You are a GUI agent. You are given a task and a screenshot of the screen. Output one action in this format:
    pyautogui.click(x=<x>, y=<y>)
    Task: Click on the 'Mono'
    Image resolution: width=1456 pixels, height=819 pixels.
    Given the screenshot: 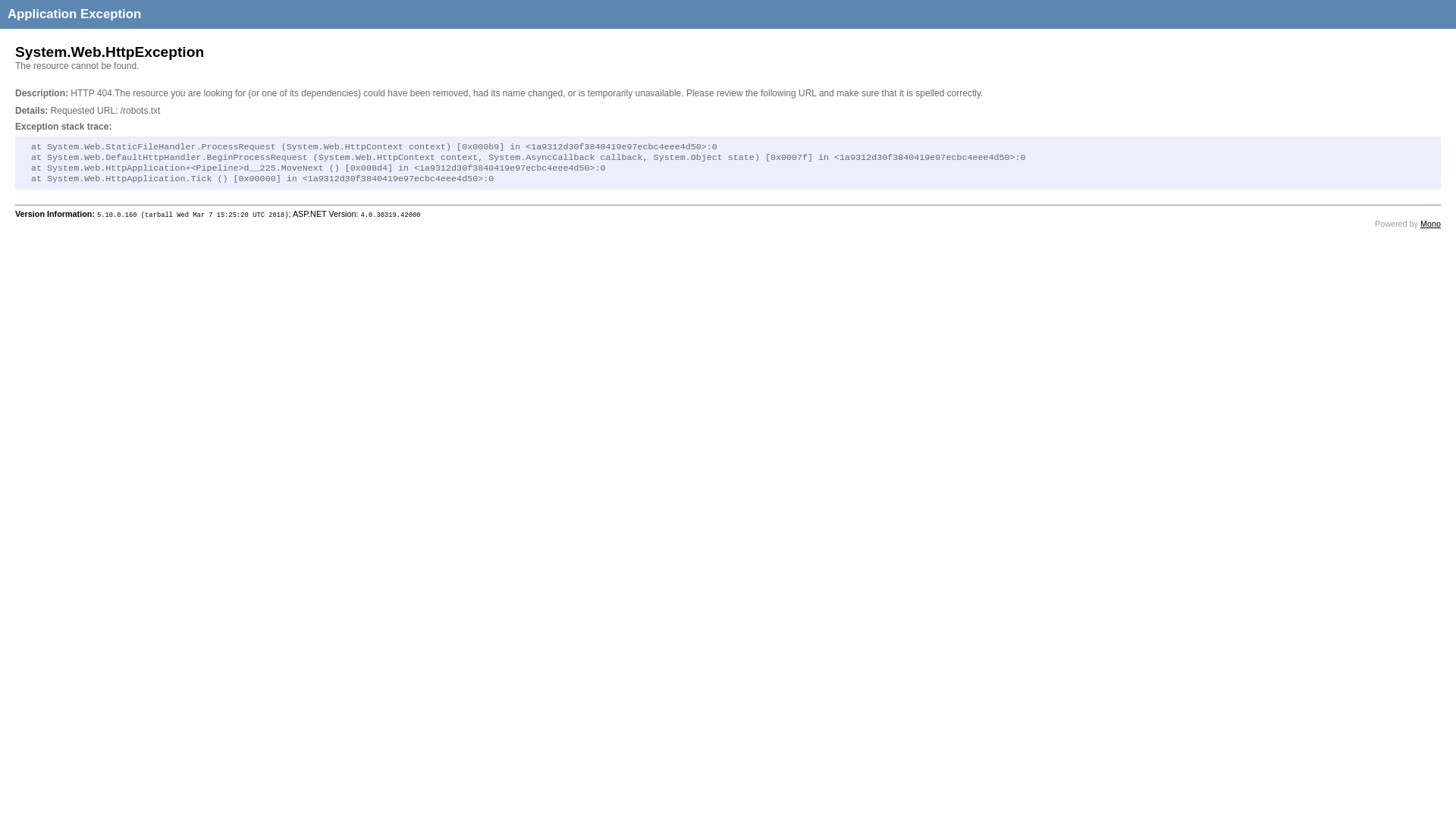 What is the action you would take?
    pyautogui.click(x=1429, y=223)
    